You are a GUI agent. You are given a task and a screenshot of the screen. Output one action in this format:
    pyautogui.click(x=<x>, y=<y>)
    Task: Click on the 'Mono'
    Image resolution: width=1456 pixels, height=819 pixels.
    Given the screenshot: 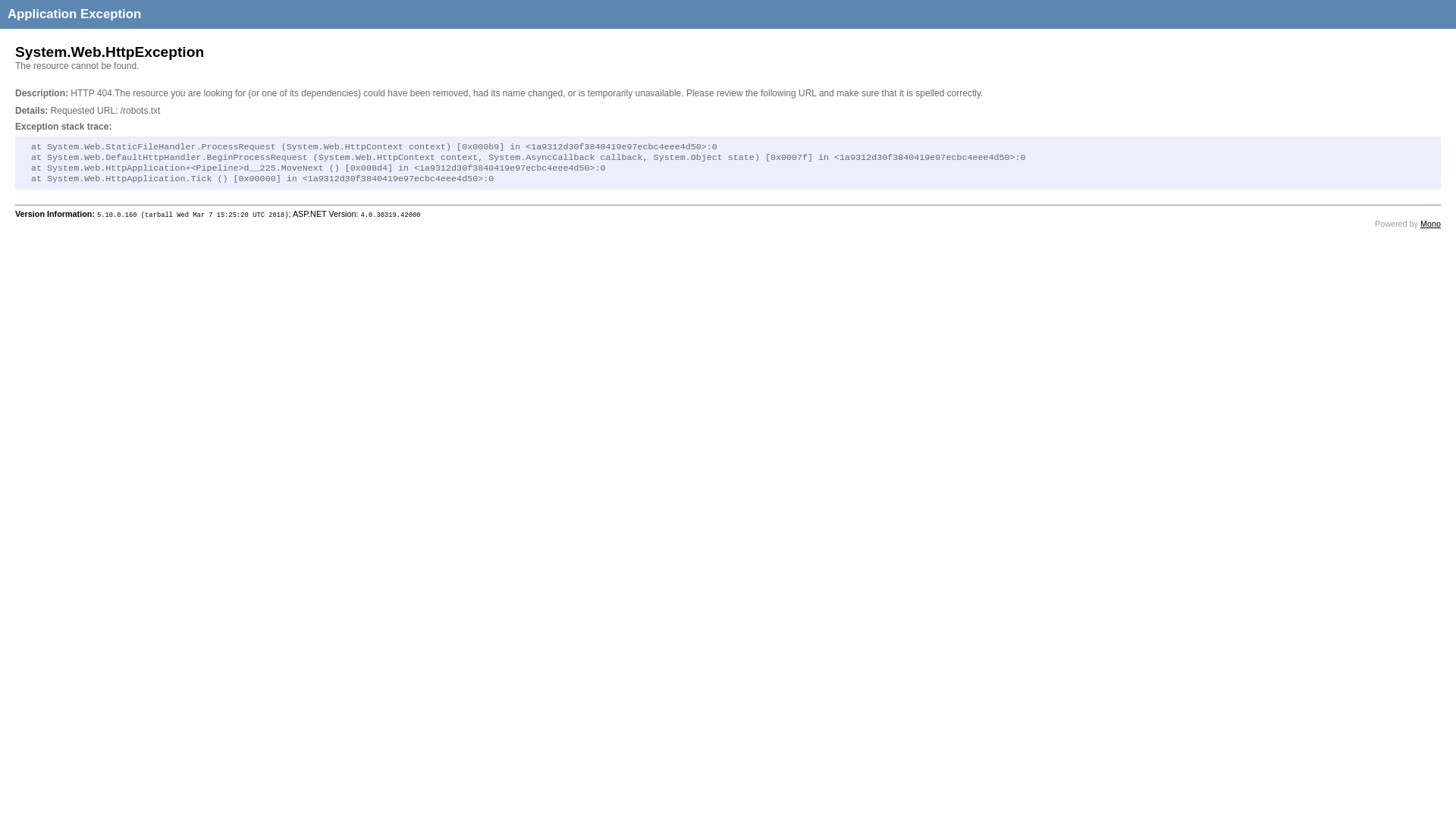 What is the action you would take?
    pyautogui.click(x=1429, y=223)
    